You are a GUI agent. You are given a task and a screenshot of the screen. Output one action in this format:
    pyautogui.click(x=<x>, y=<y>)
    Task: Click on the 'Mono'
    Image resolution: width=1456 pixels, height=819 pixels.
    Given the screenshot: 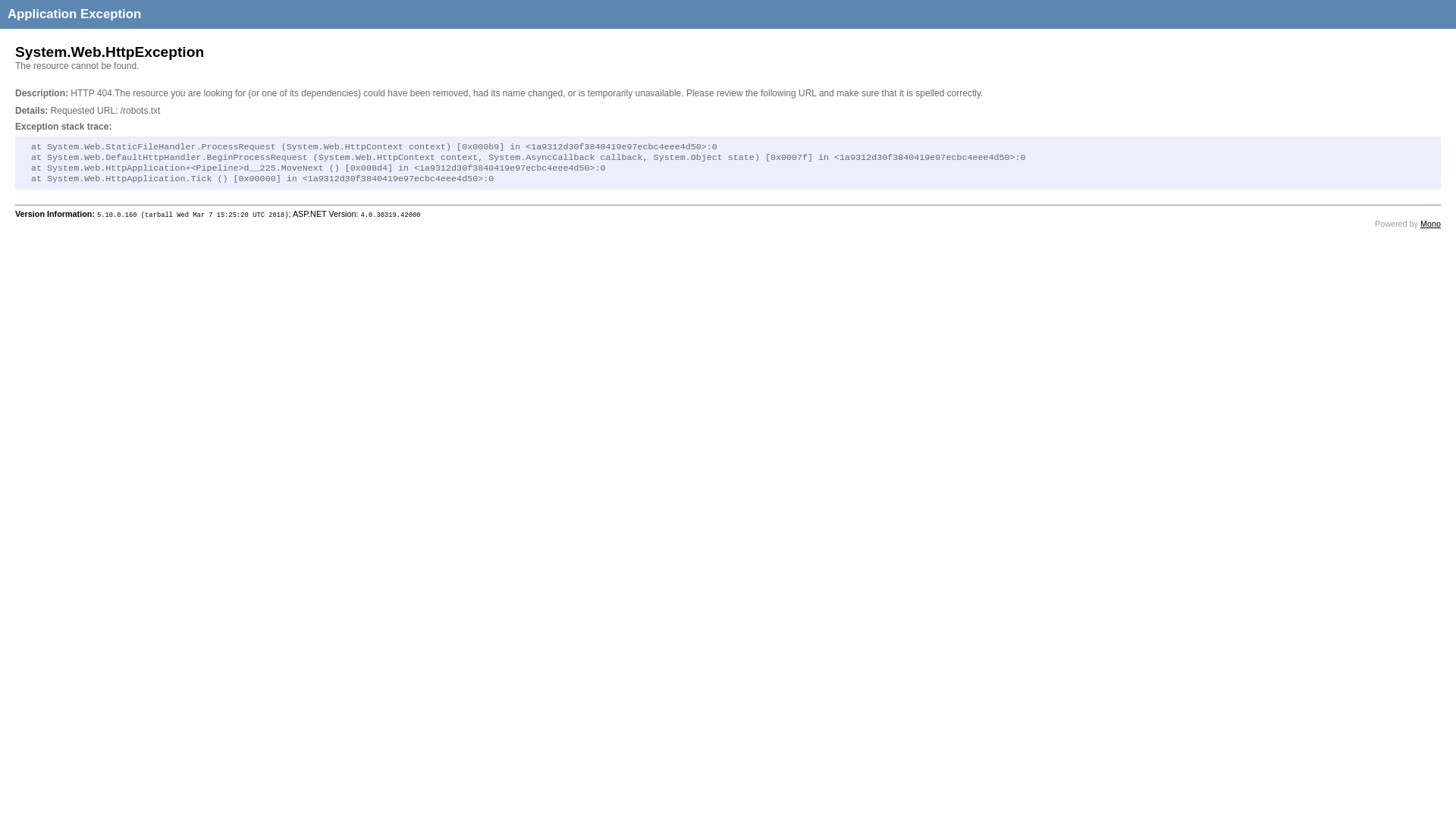 What is the action you would take?
    pyautogui.click(x=1429, y=223)
    